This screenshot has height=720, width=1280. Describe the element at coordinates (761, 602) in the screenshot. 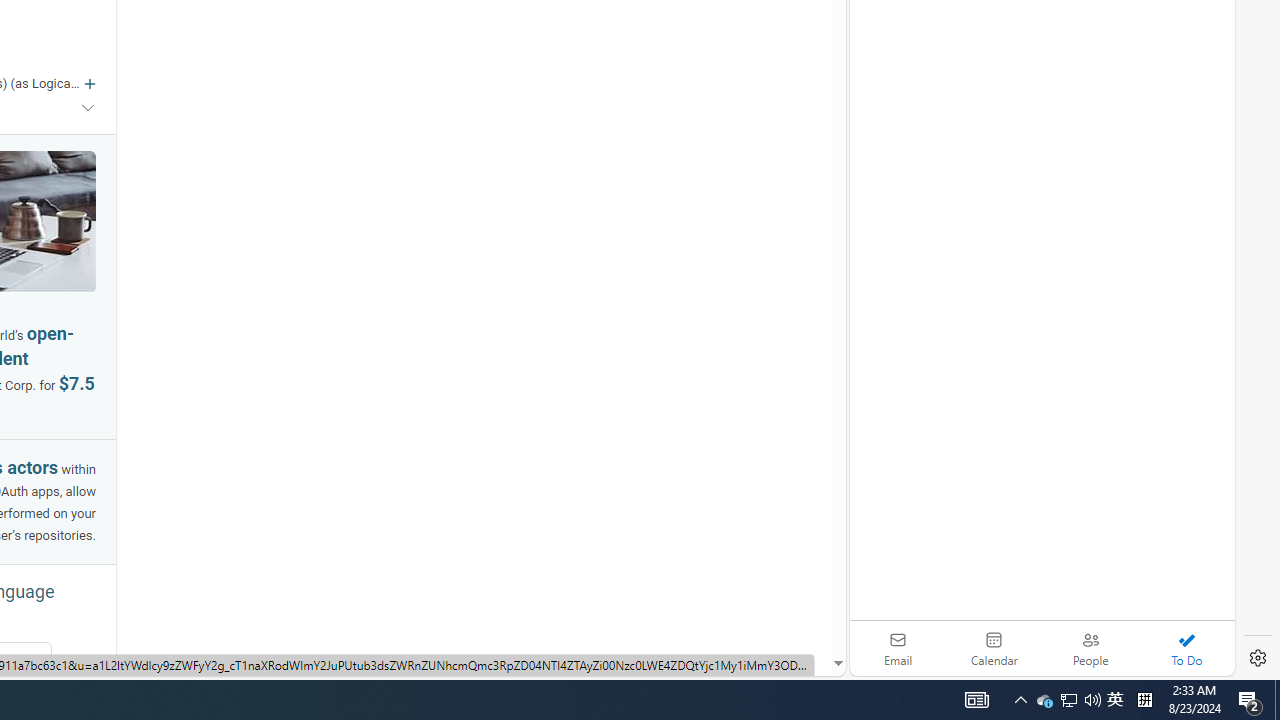

I see `'AutomationID: mfa_root'` at that location.